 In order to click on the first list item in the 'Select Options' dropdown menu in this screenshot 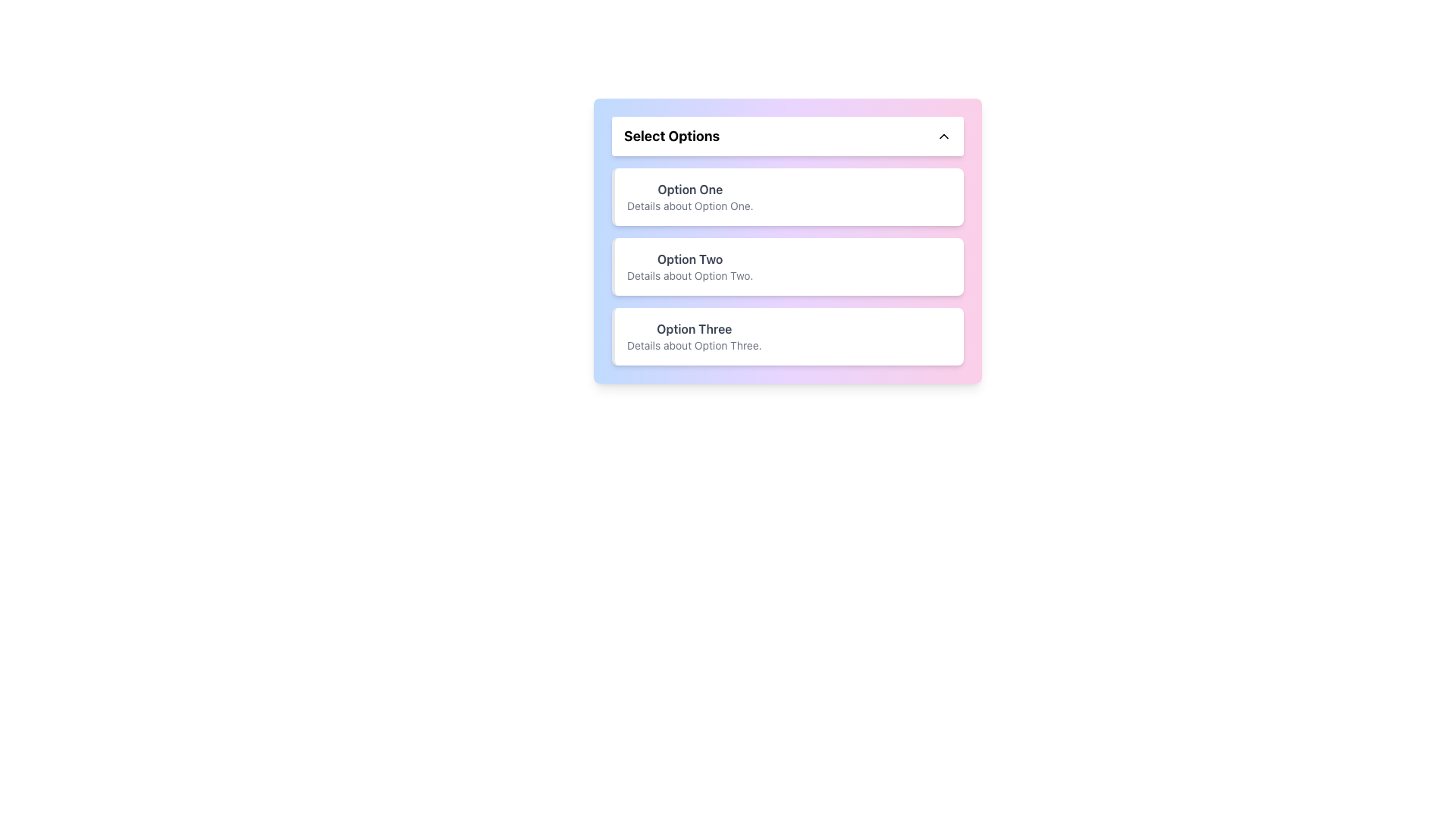, I will do `click(689, 196)`.